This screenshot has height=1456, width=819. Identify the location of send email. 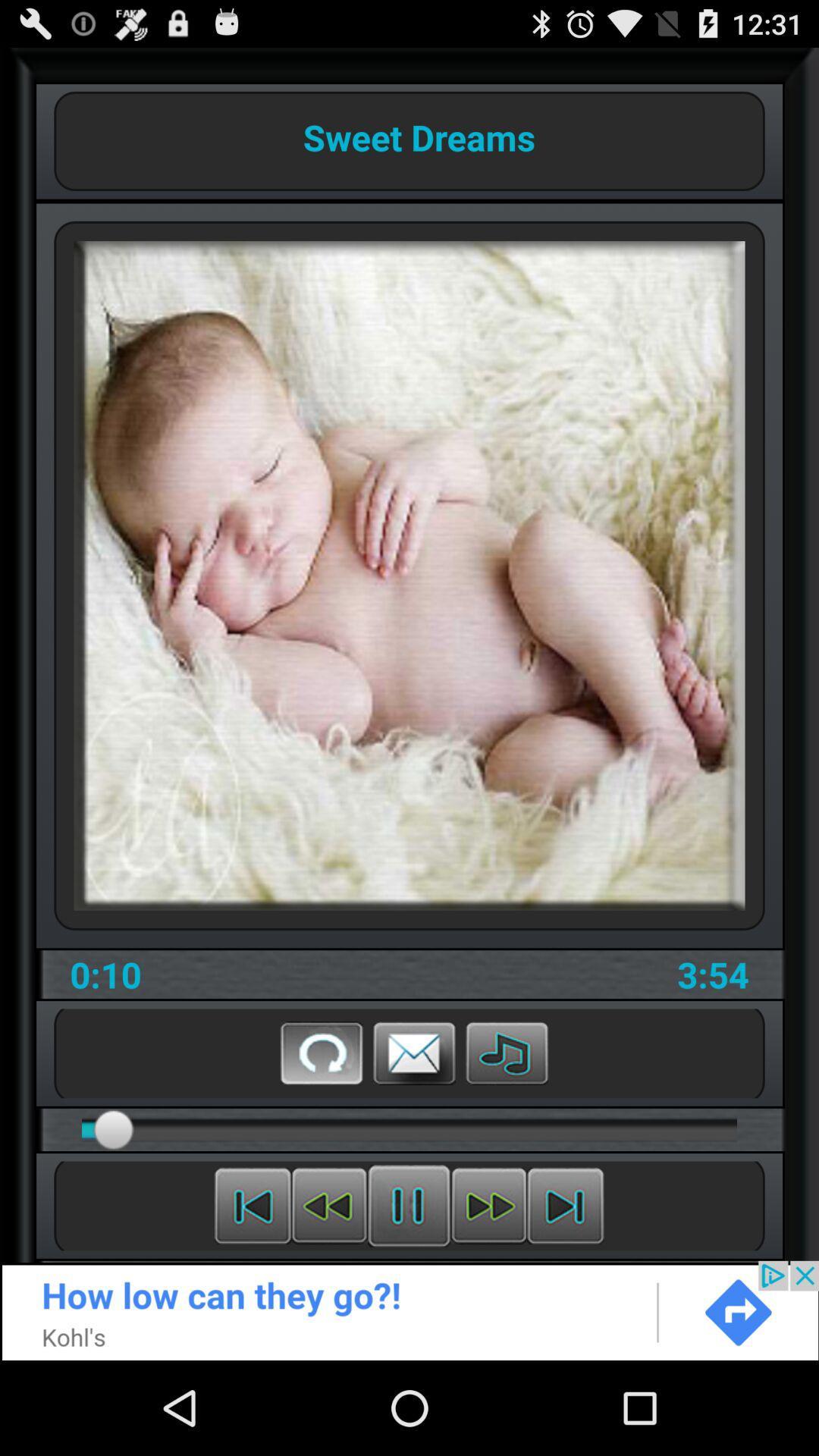
(414, 1052).